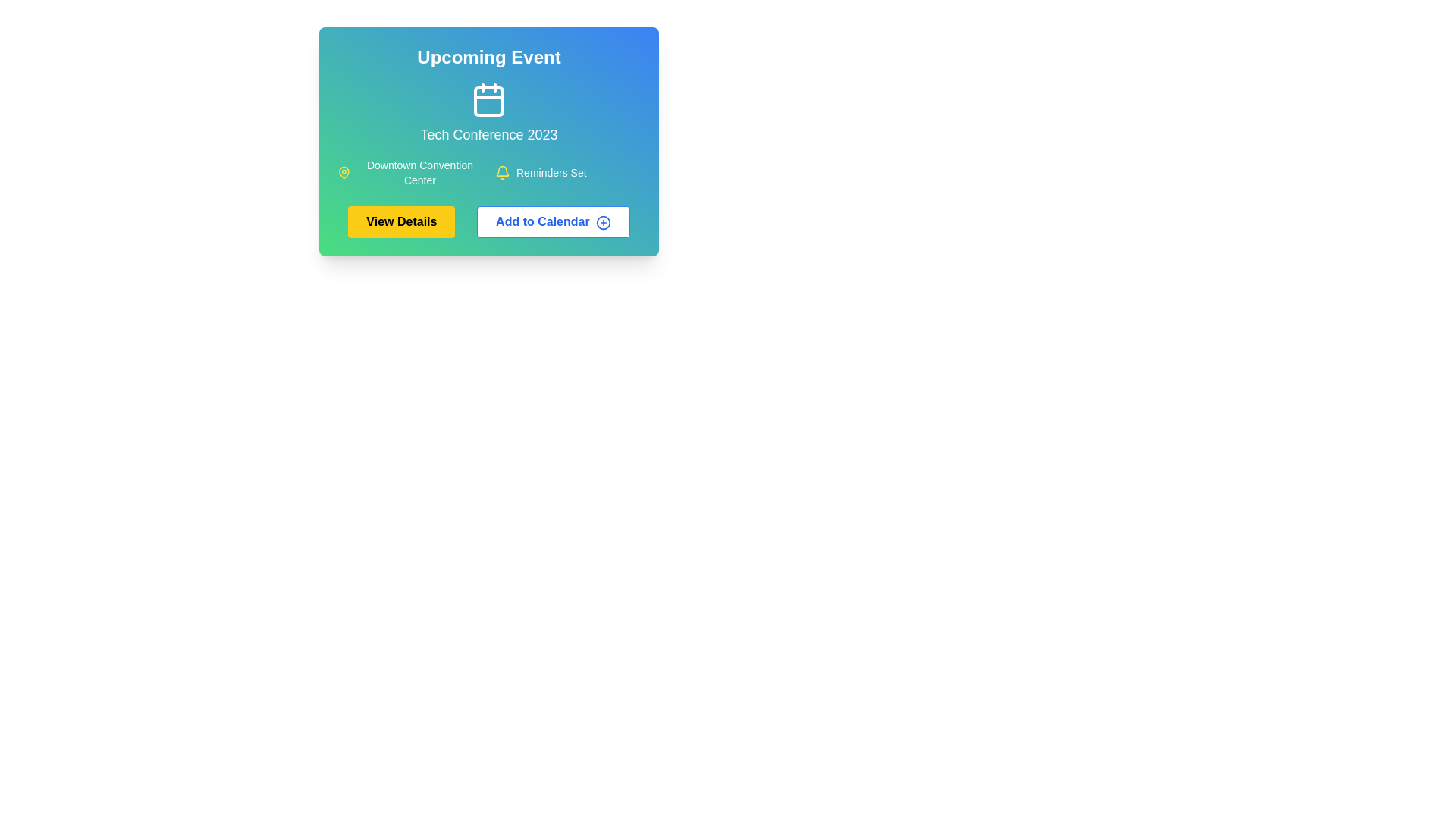 Image resolution: width=1456 pixels, height=819 pixels. I want to click on the header text label indicating the purpose or theme of the card's information, located at the top-center of the gradient card, directly above the calendar icon and the text 'Tech Conference 2023', so click(488, 57).